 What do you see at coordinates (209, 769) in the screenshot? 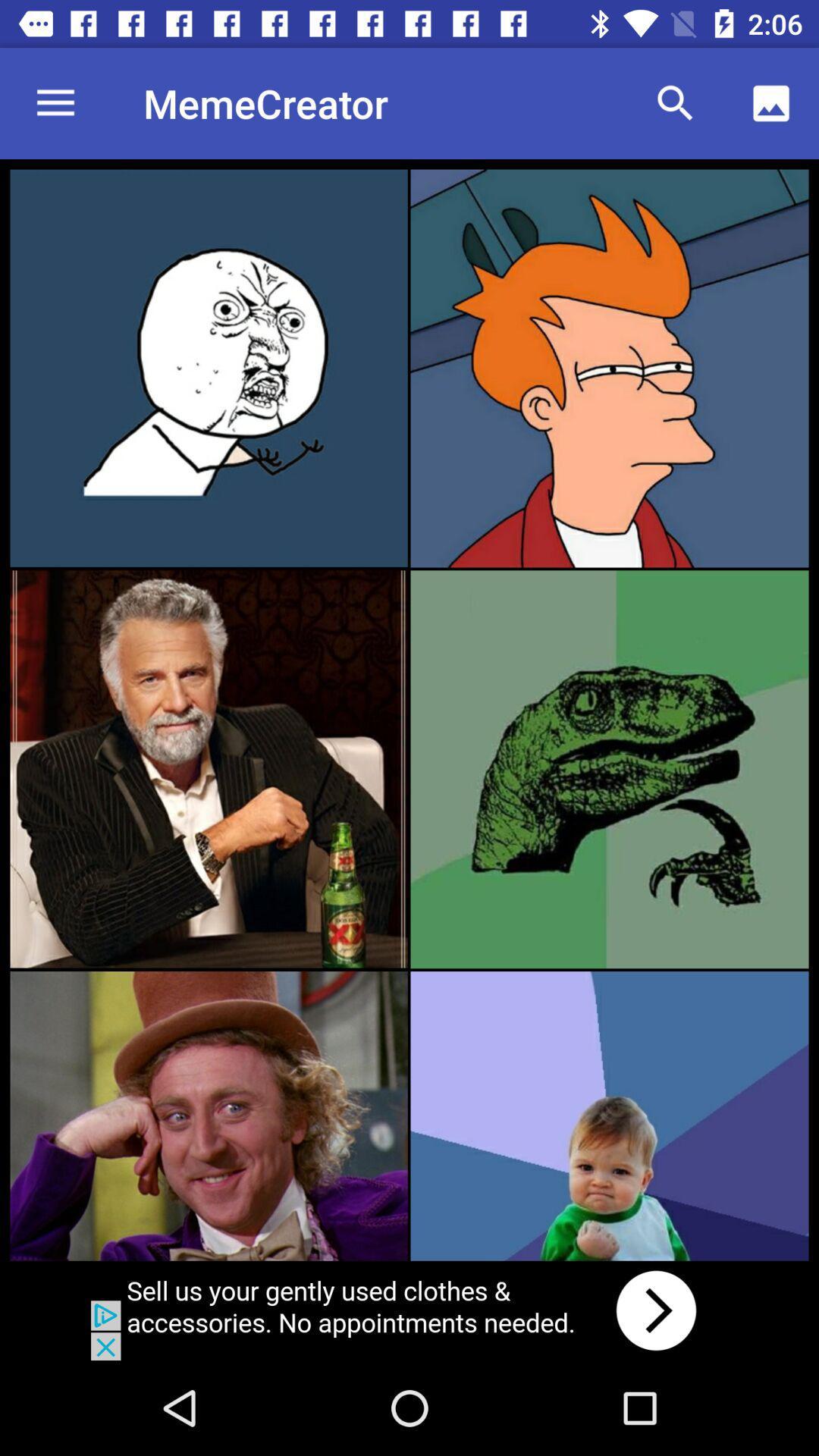
I see `the image` at bounding box center [209, 769].